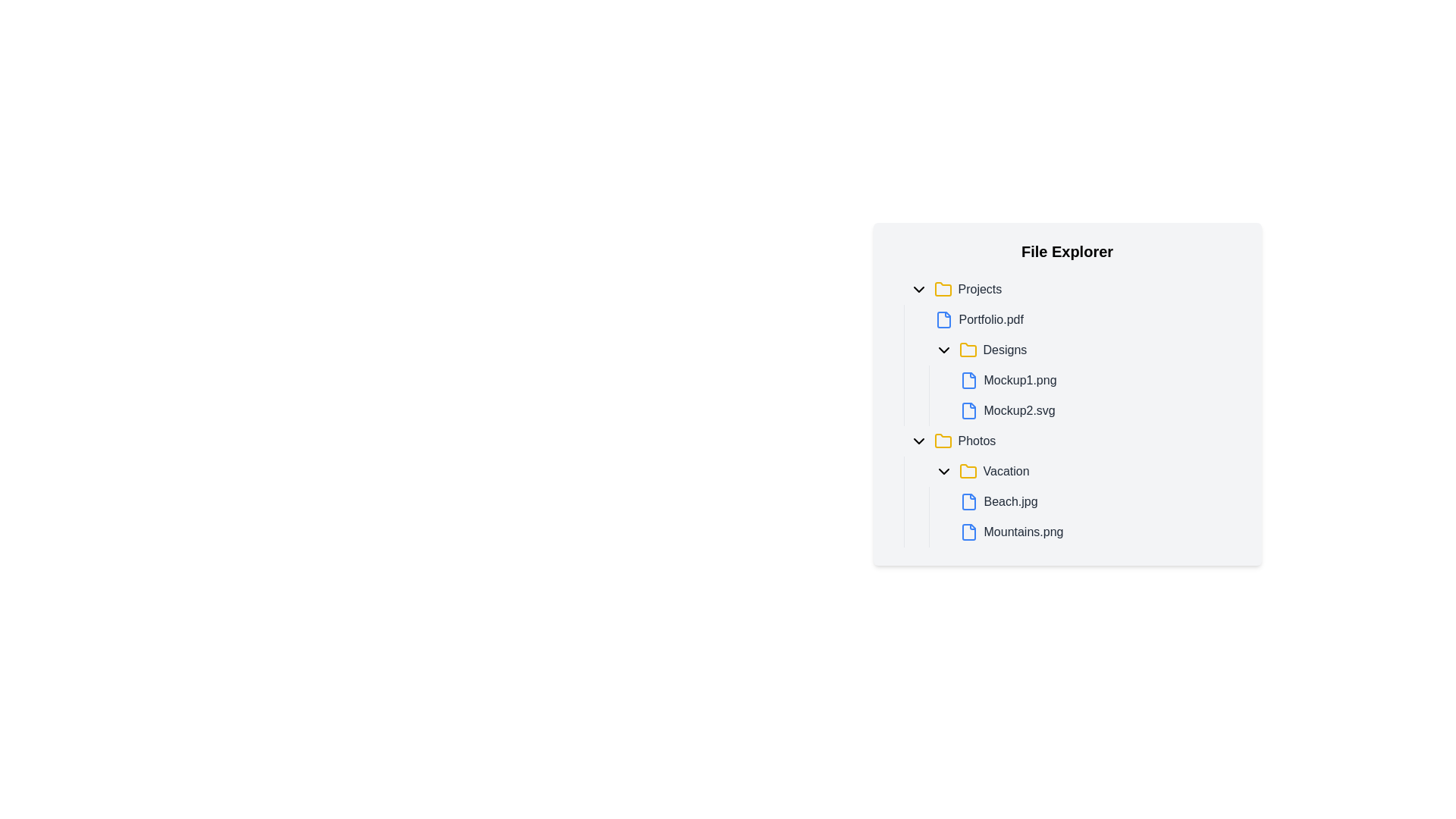 The image size is (1456, 819). I want to click on the static text label that displays the name of a file, located in the file explorer interface, positioned to the right of the file-type icon, so click(1011, 502).